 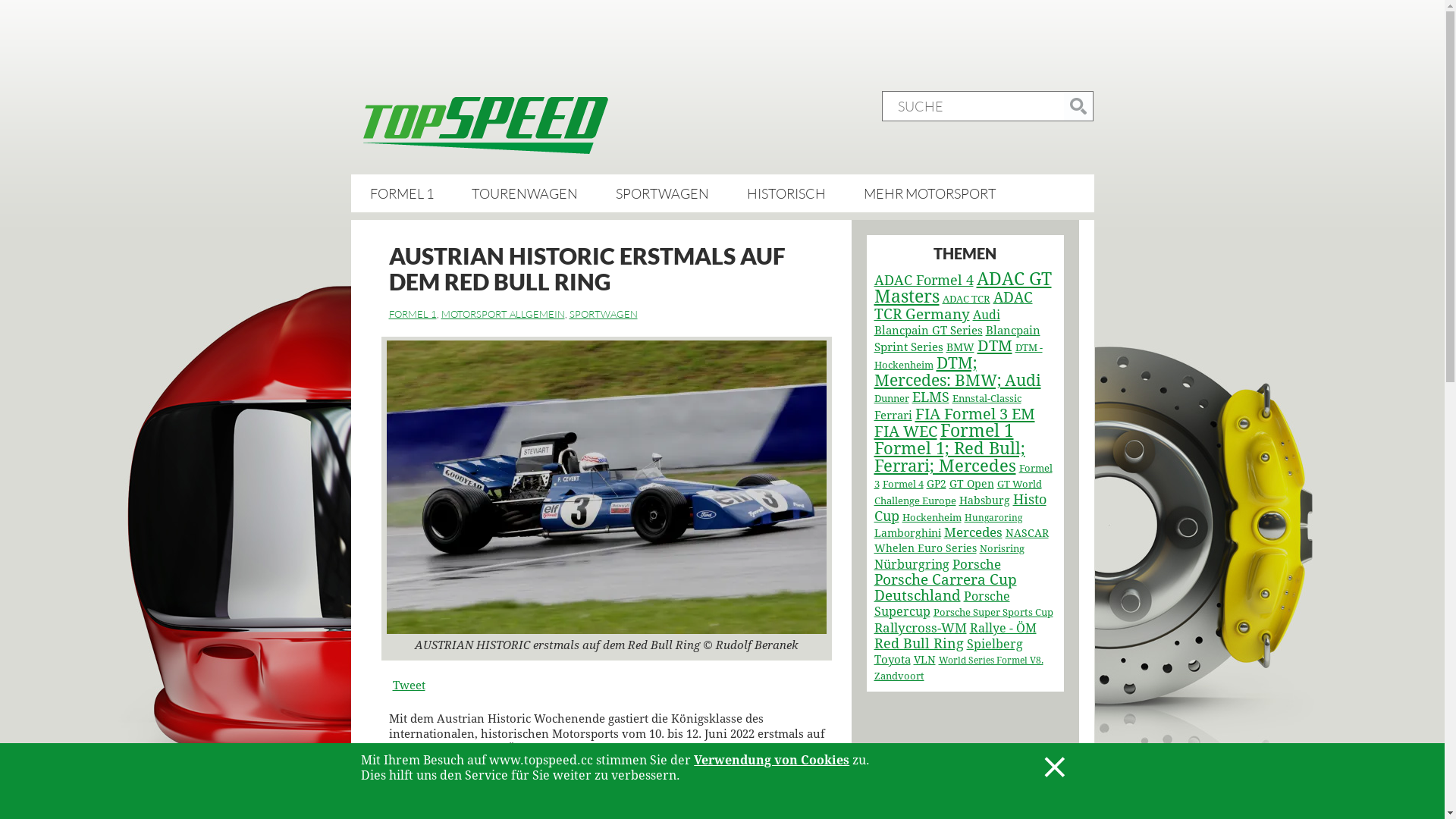 What do you see at coordinates (984, 500) in the screenshot?
I see `'Habsburg'` at bounding box center [984, 500].